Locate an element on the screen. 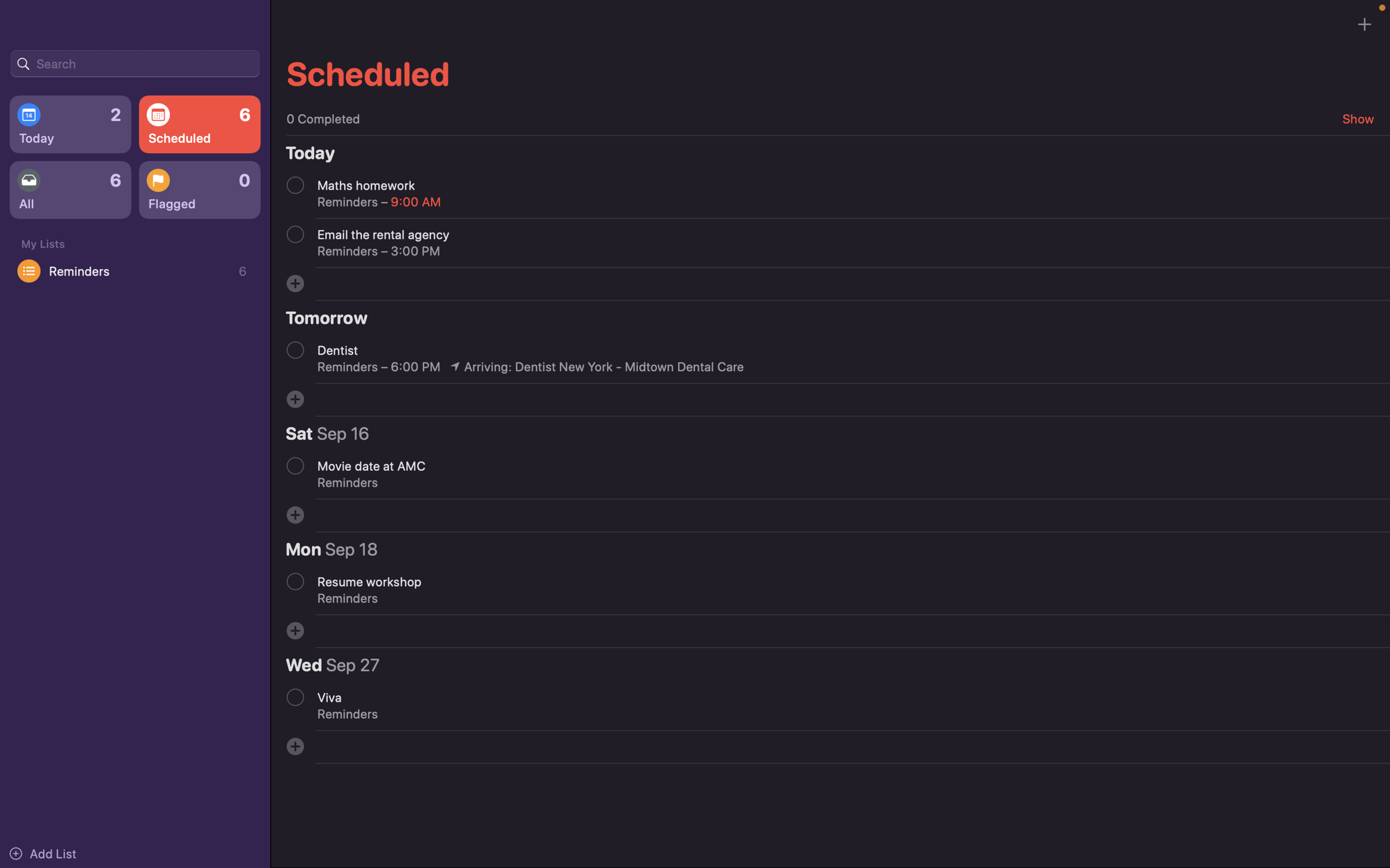 The width and height of the screenshot is (1390, 868). Plan an event with customers for next week is located at coordinates (295, 282).